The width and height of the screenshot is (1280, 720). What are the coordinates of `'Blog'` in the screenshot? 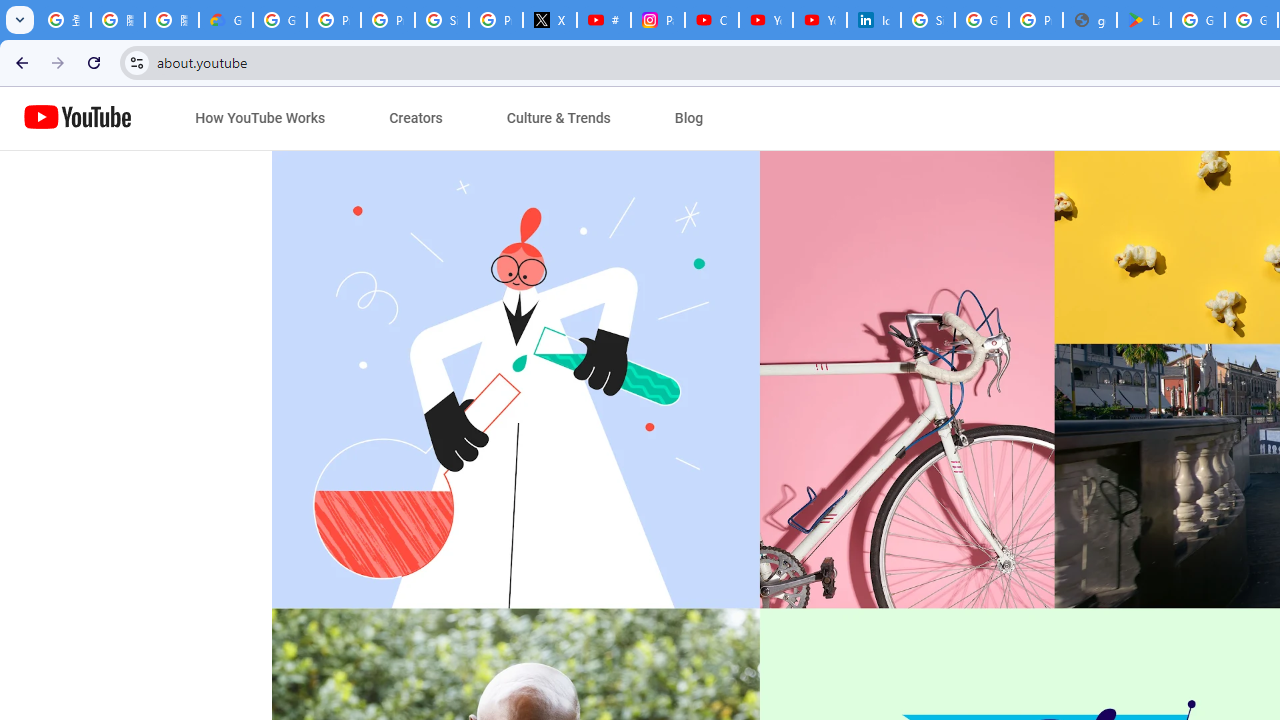 It's located at (689, 118).